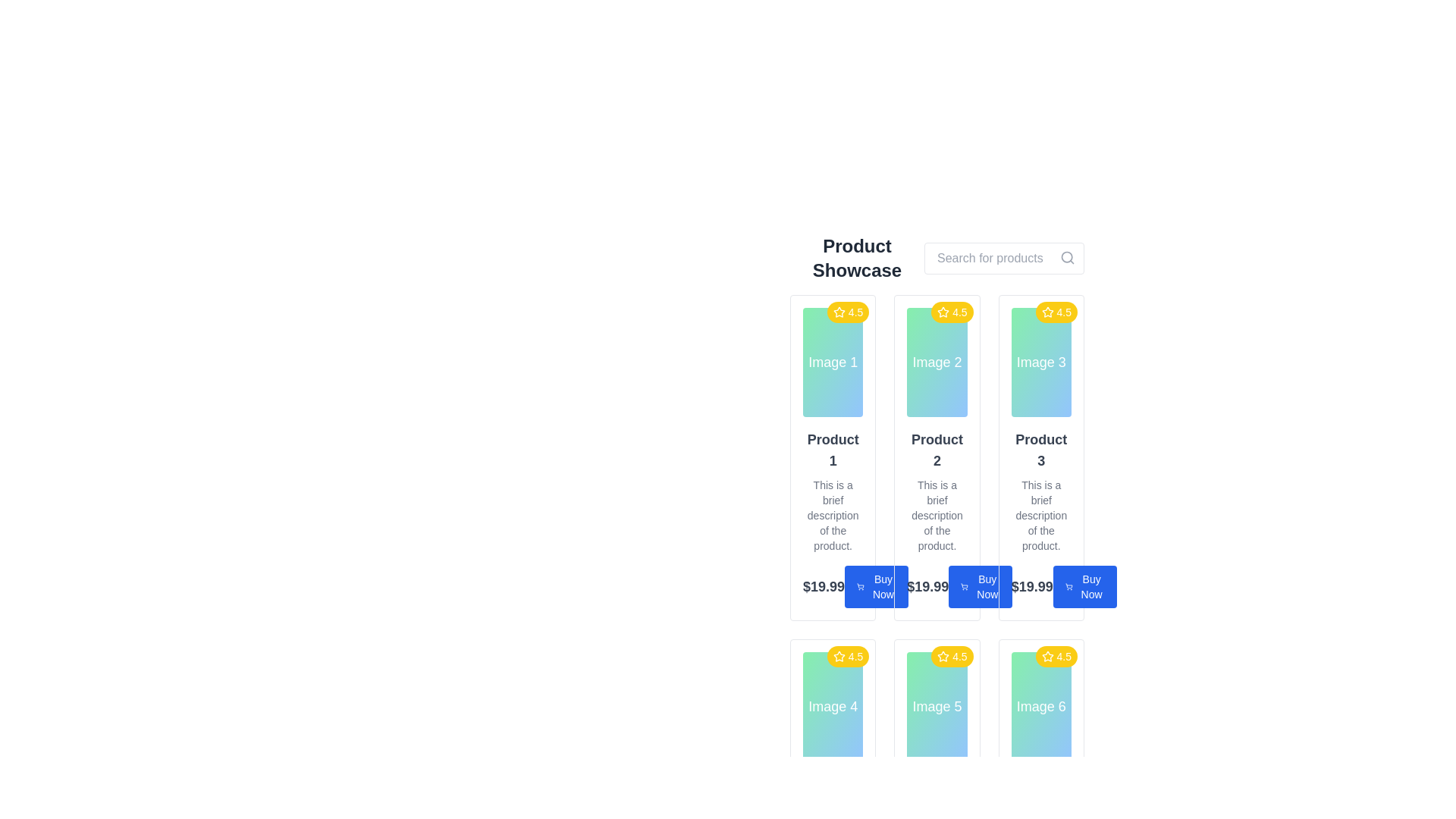  I want to click on the price label for 'Product 3', which is located in the bottom section of the product card, to the left of the 'Buy Now' button, so click(1031, 586).